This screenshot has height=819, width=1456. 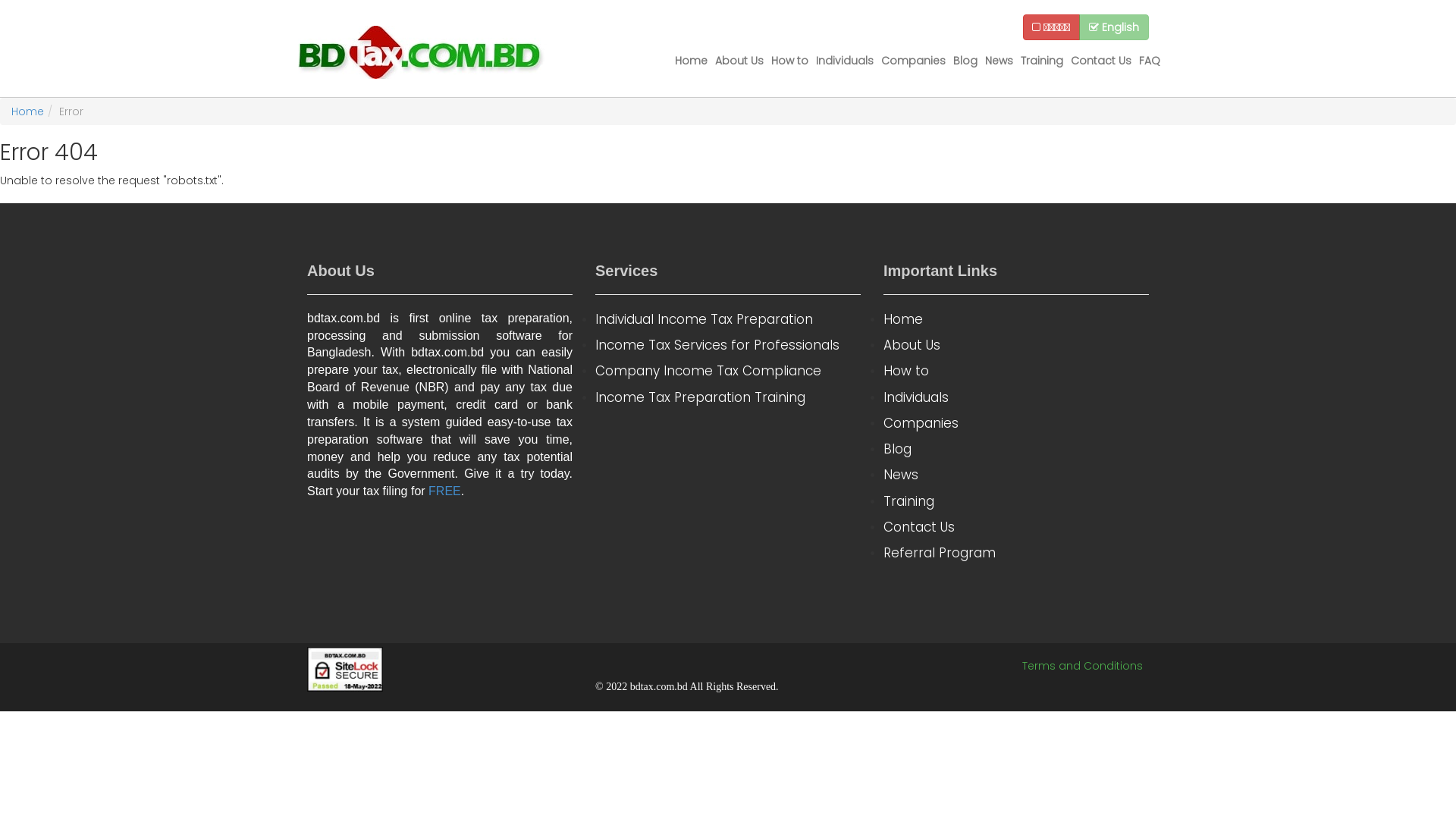 What do you see at coordinates (789, 60) in the screenshot?
I see `'How to'` at bounding box center [789, 60].